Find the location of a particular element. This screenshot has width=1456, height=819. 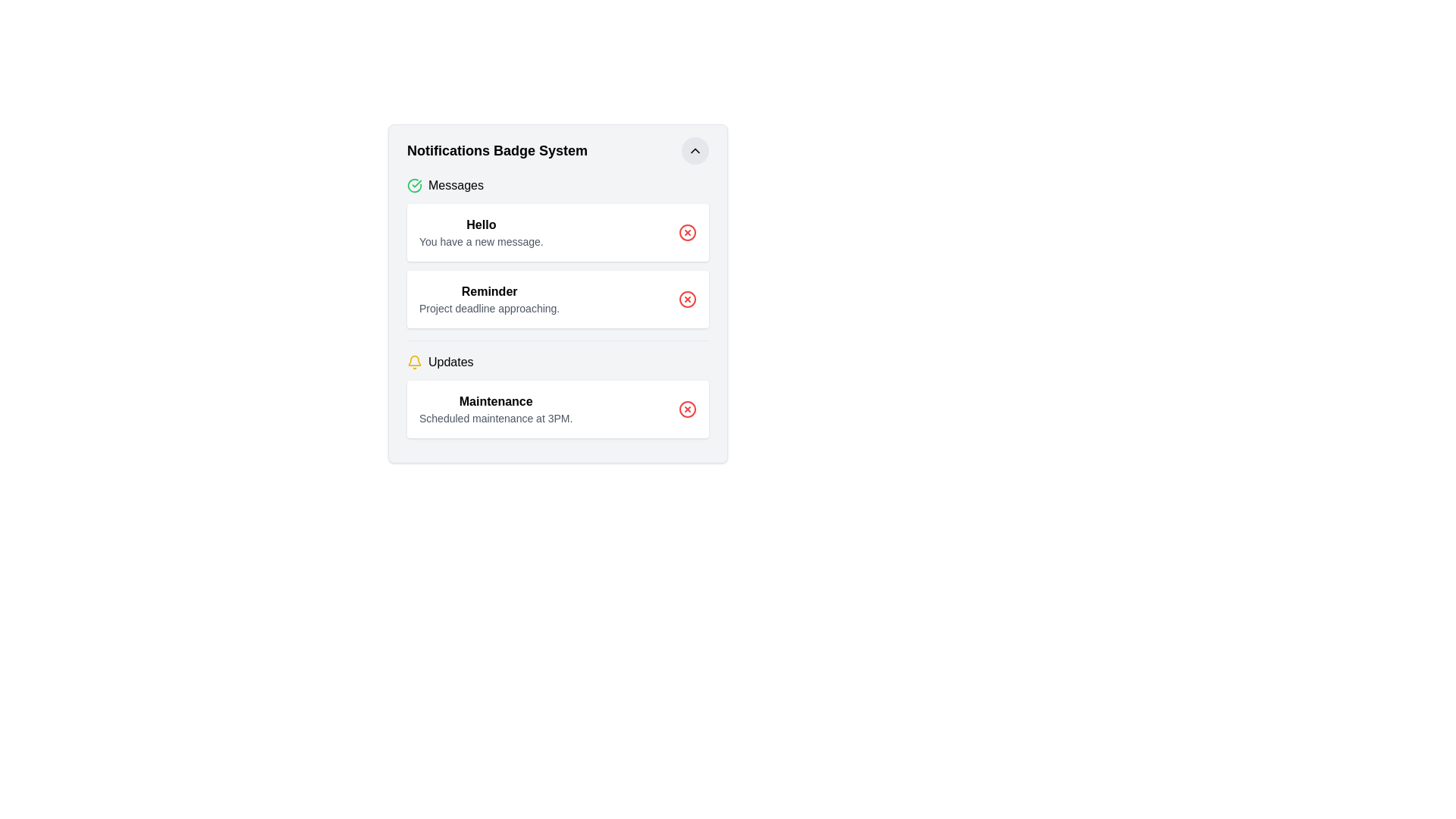

the bold text label that displays 'Hello', which is located at the top of a notification card in the 'Messages' section is located at coordinates (480, 225).